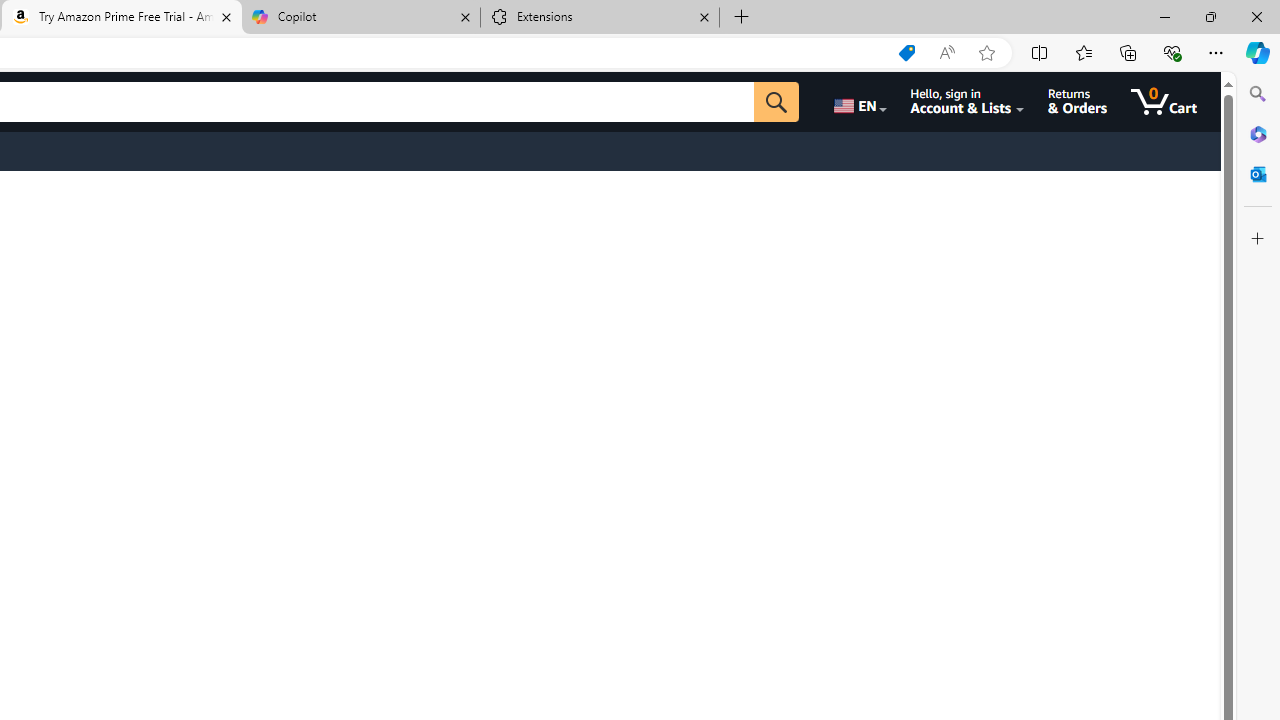  I want to click on 'Close Outlook pane', so click(1257, 173).